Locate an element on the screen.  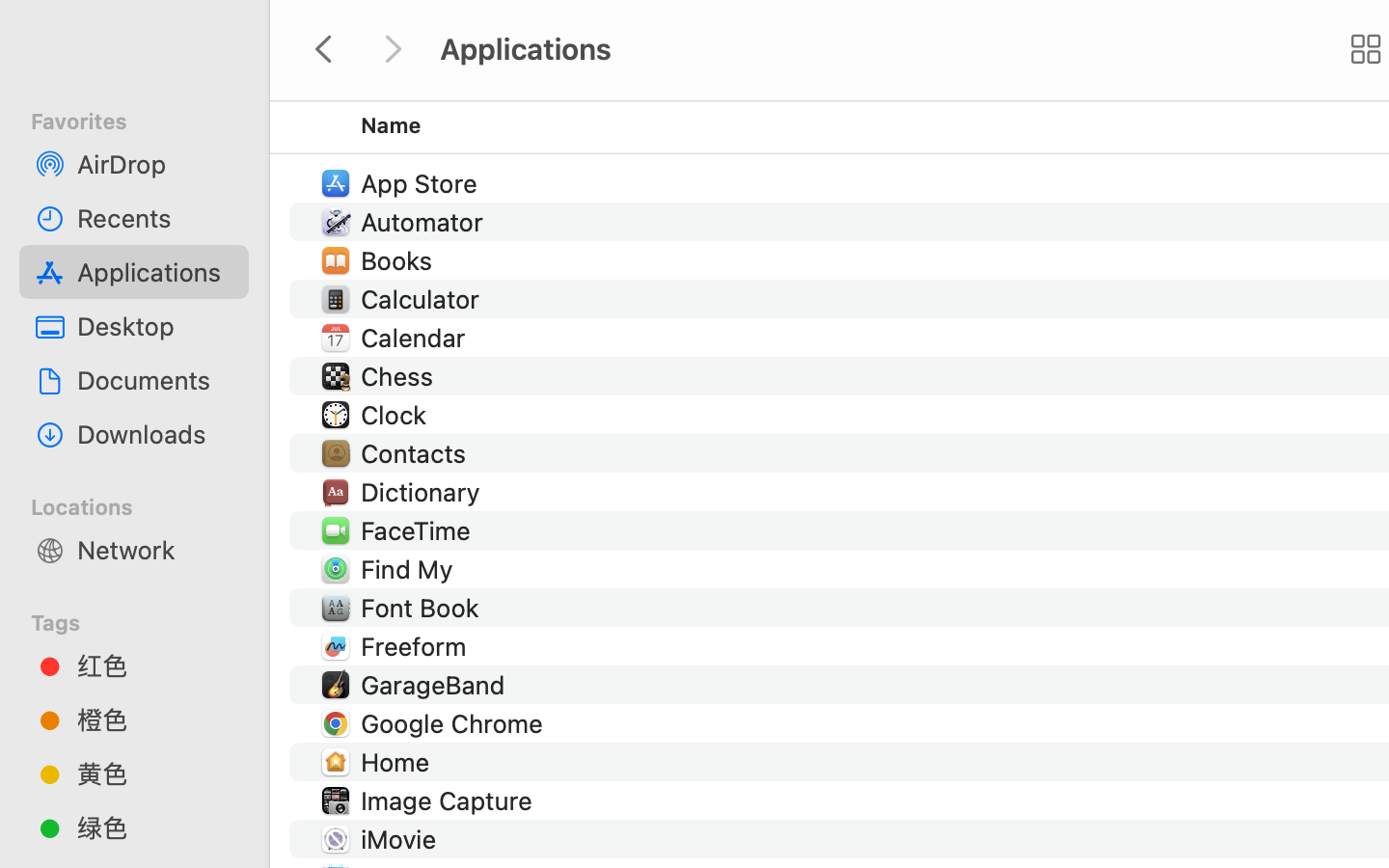
'Image Capture' is located at coordinates (449, 800).